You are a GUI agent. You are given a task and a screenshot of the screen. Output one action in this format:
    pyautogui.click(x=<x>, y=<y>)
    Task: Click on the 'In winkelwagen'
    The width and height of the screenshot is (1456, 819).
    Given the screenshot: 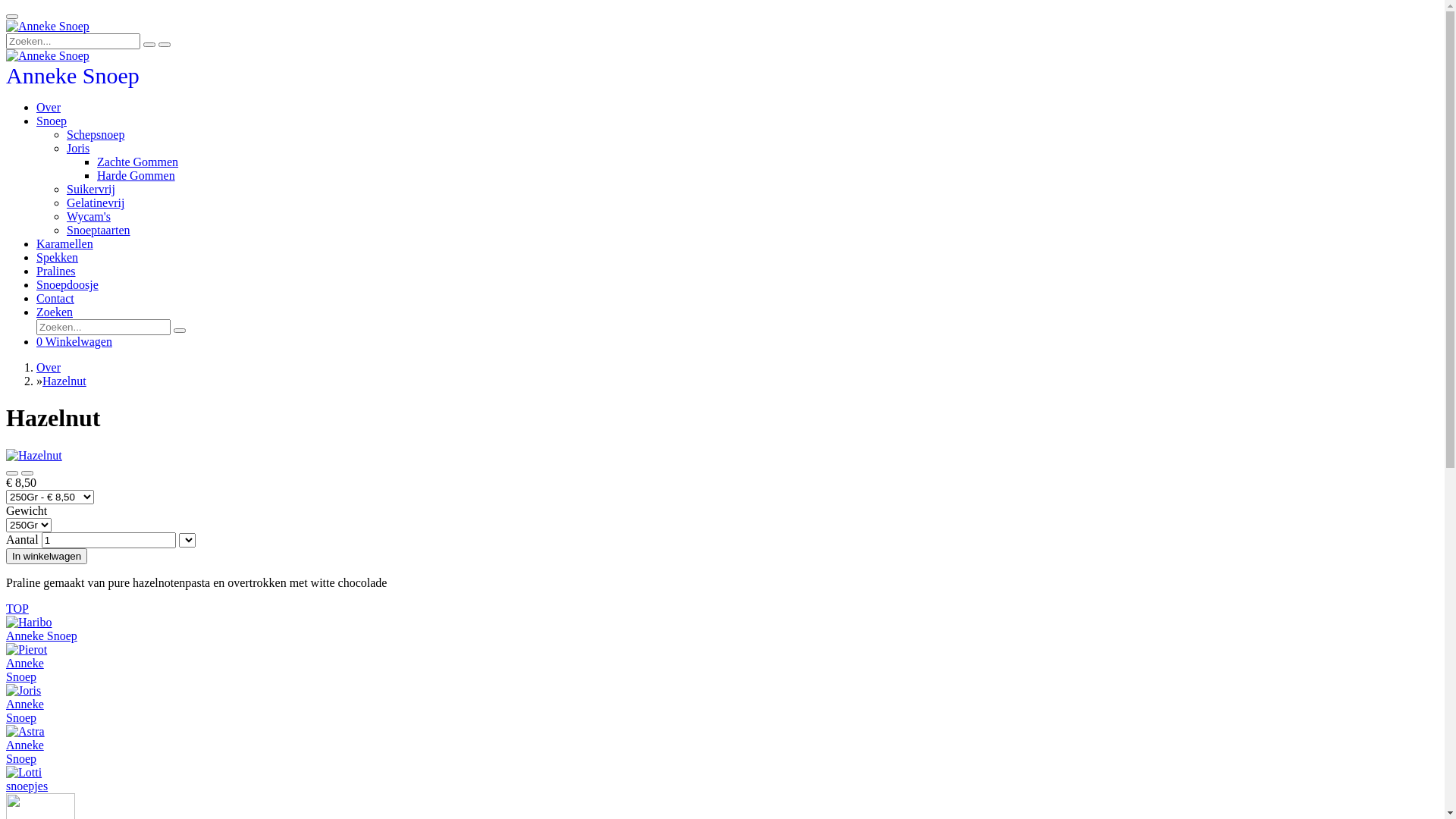 What is the action you would take?
    pyautogui.click(x=46, y=556)
    